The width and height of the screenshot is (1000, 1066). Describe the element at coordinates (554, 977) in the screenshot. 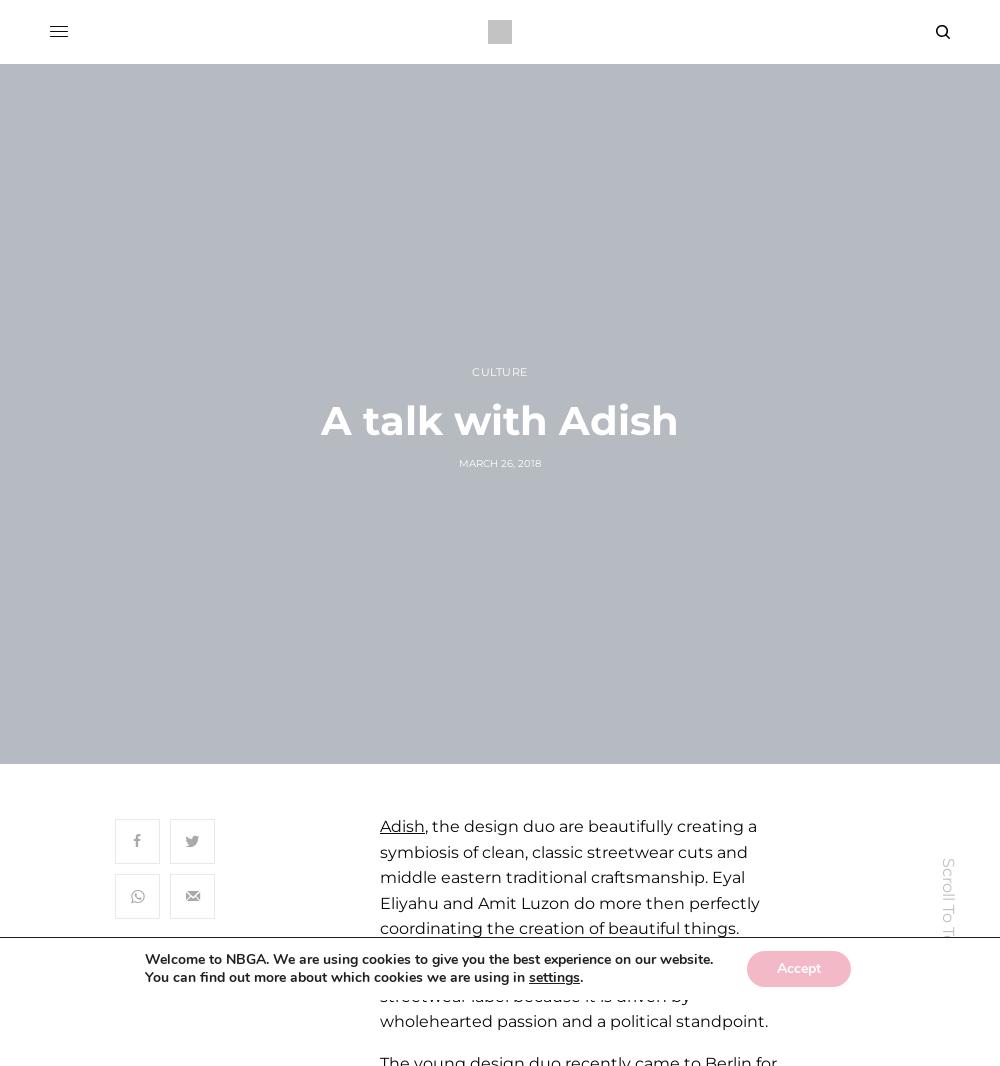

I see `'settings'` at that location.